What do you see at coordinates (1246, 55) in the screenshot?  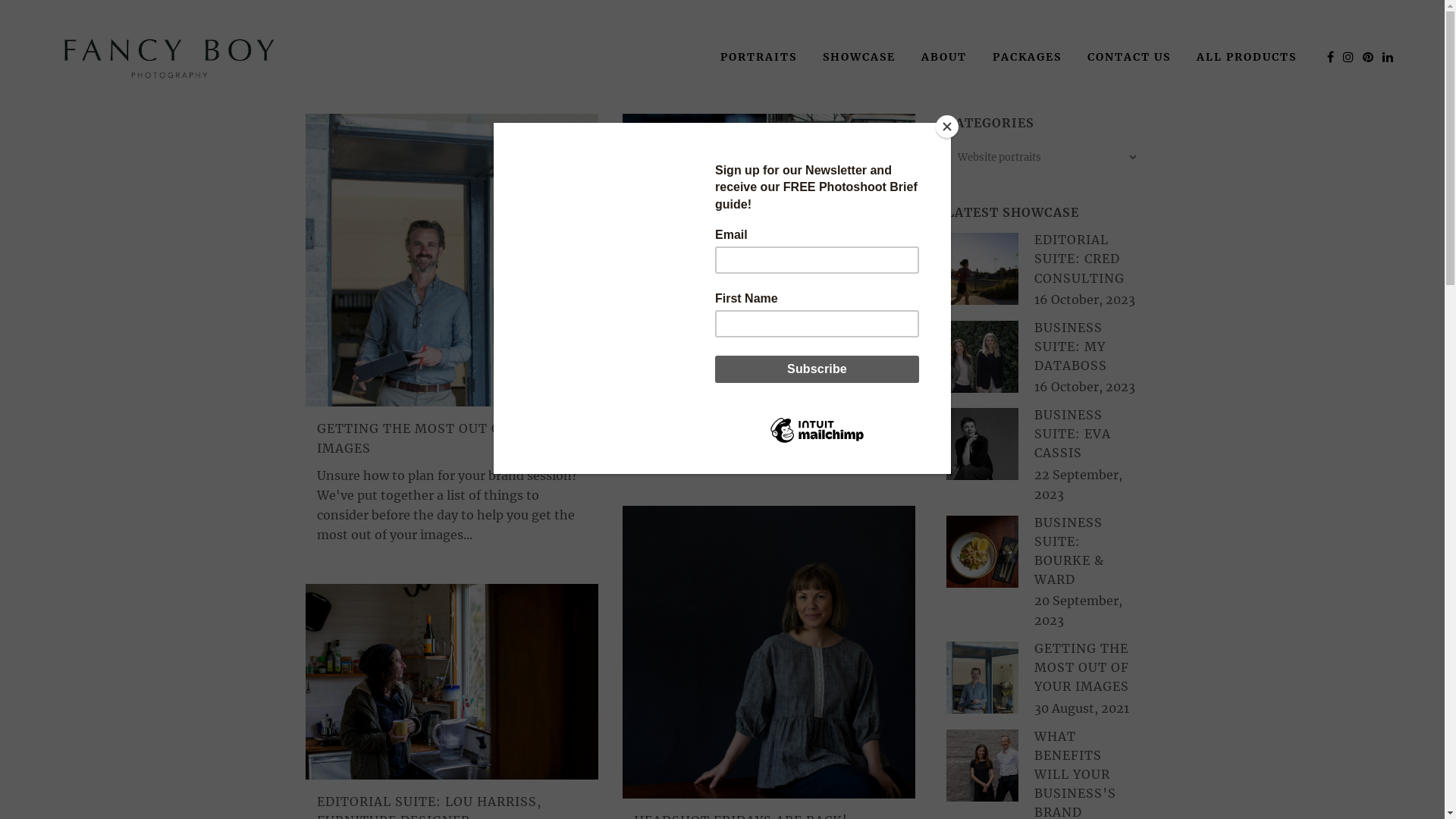 I see `'ALL PRODUCTS'` at bounding box center [1246, 55].